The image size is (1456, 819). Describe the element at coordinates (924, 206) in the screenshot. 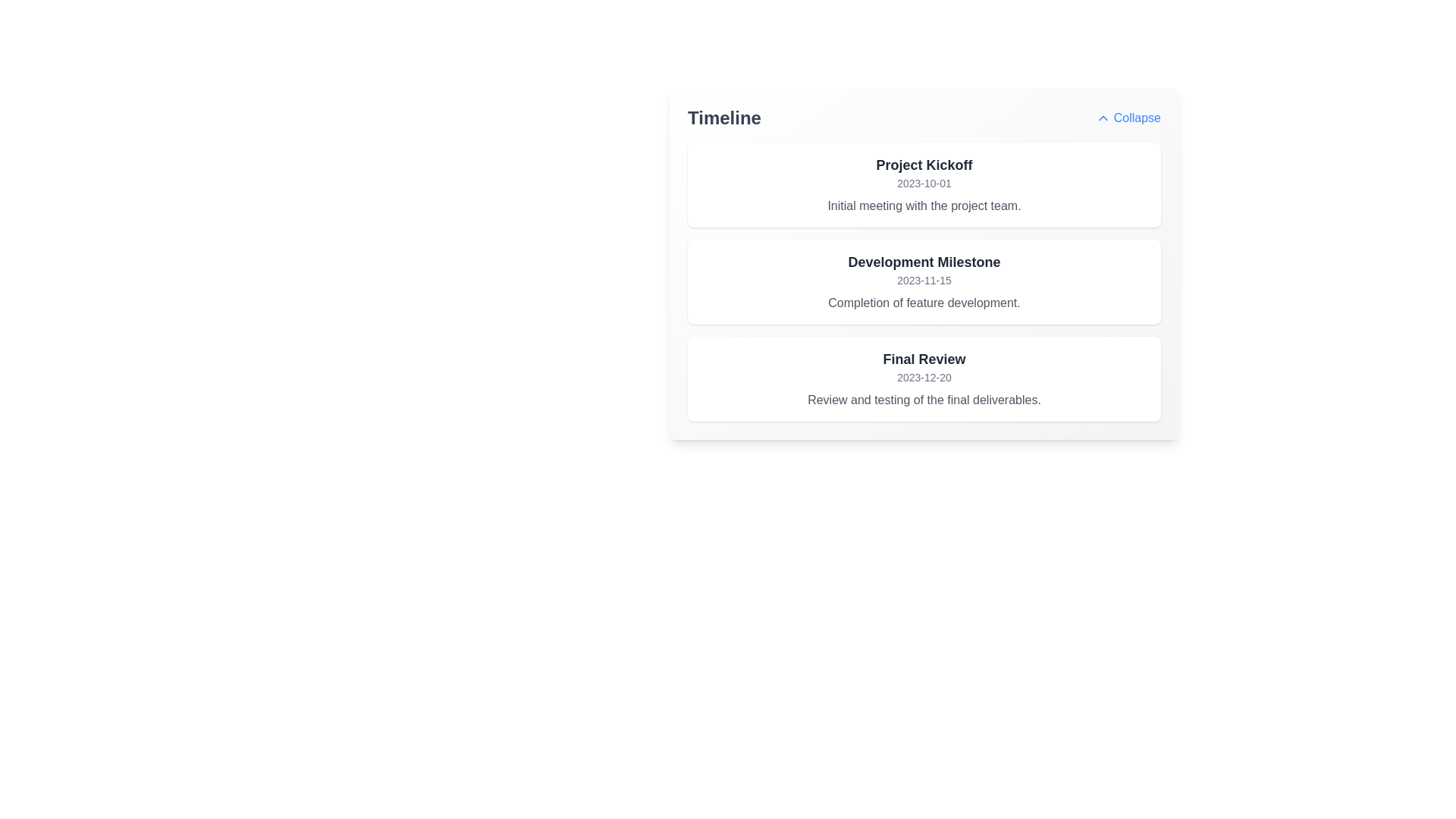

I see `text label displaying 'Initial meeting with the project team.' located in the third line of the 'Project Kickoff' card` at that location.